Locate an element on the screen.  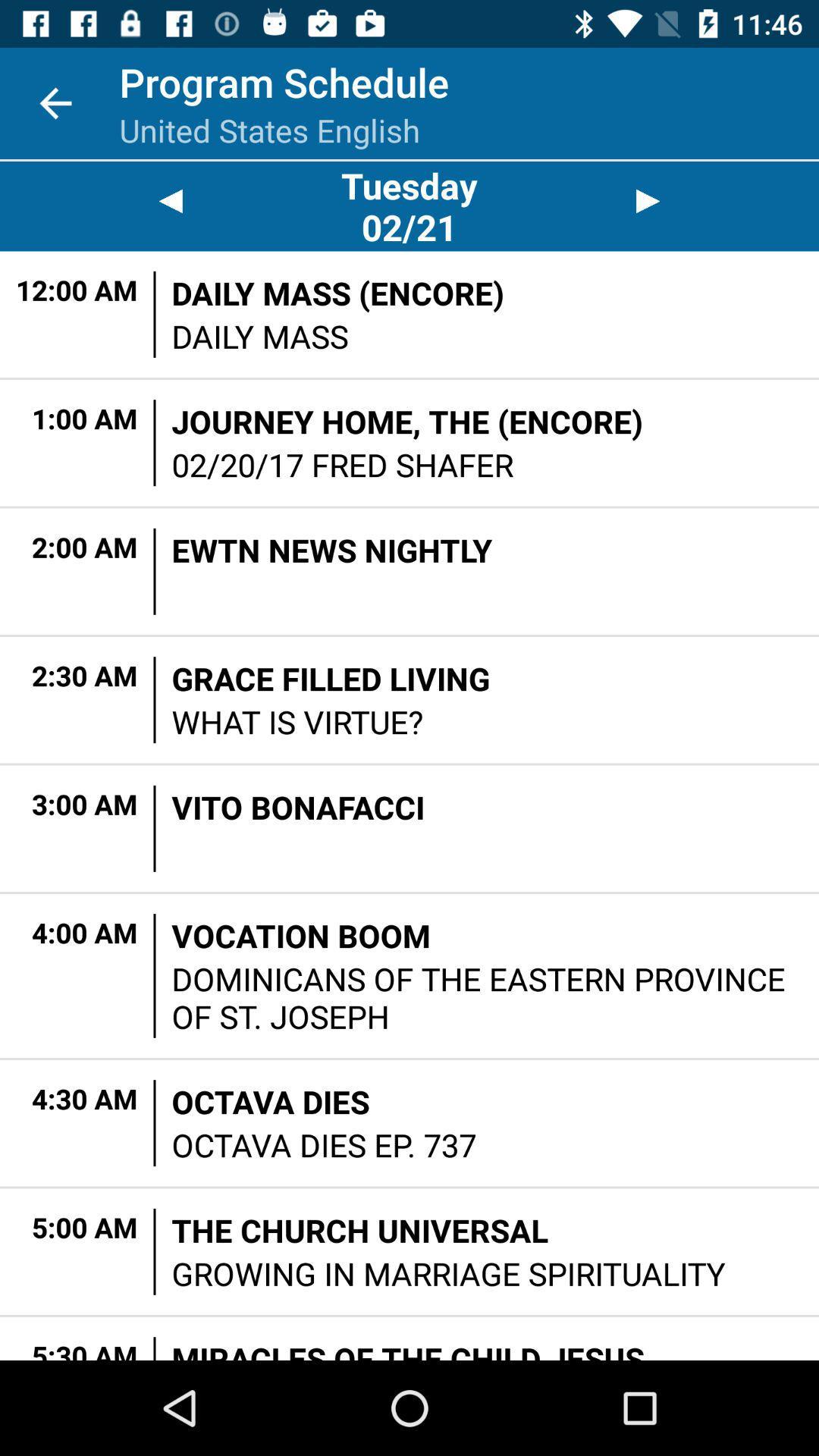
item to the left of the ewtn news nightly icon is located at coordinates (155, 570).